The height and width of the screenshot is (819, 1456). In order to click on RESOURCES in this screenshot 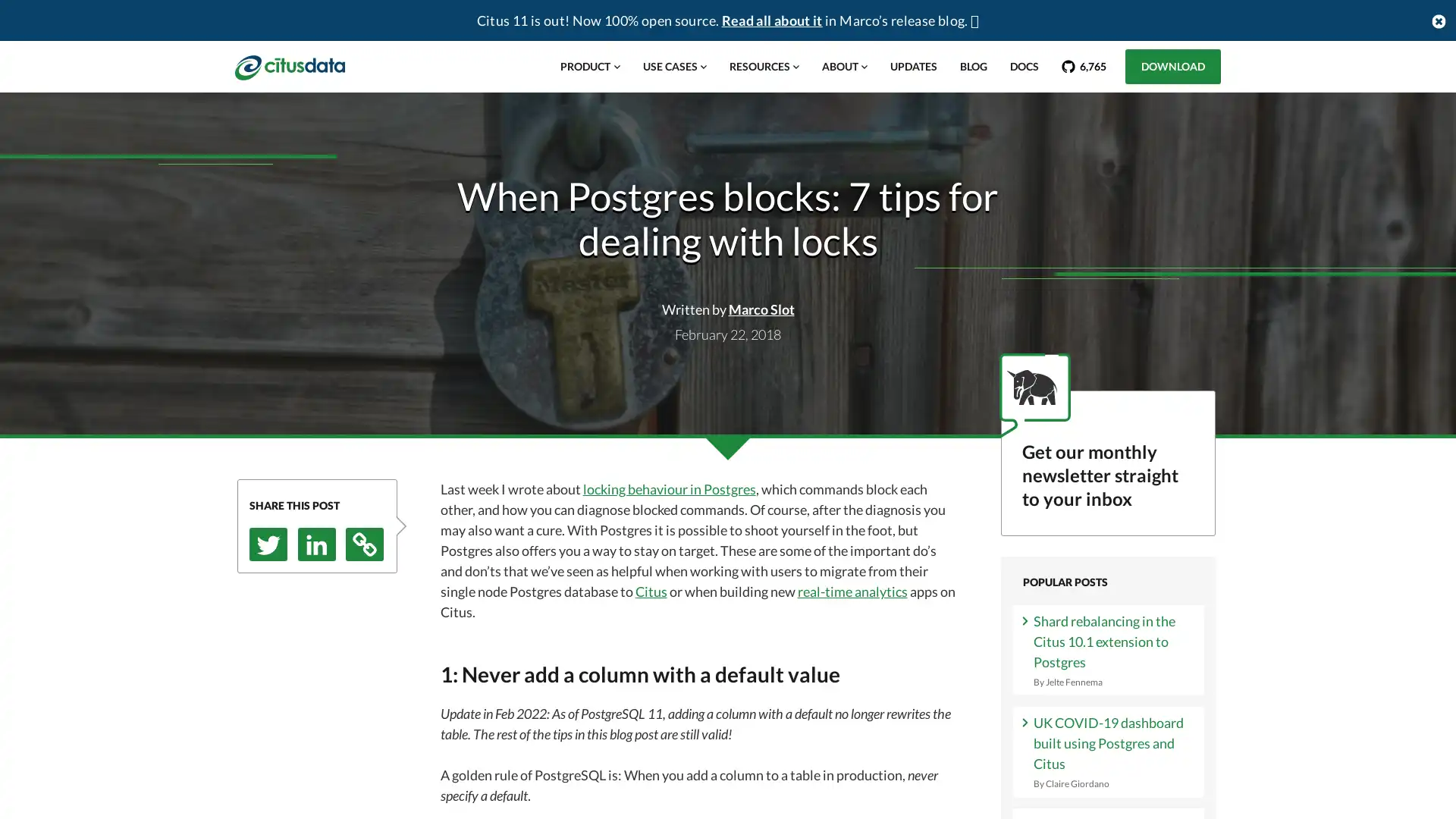, I will do `click(764, 66)`.